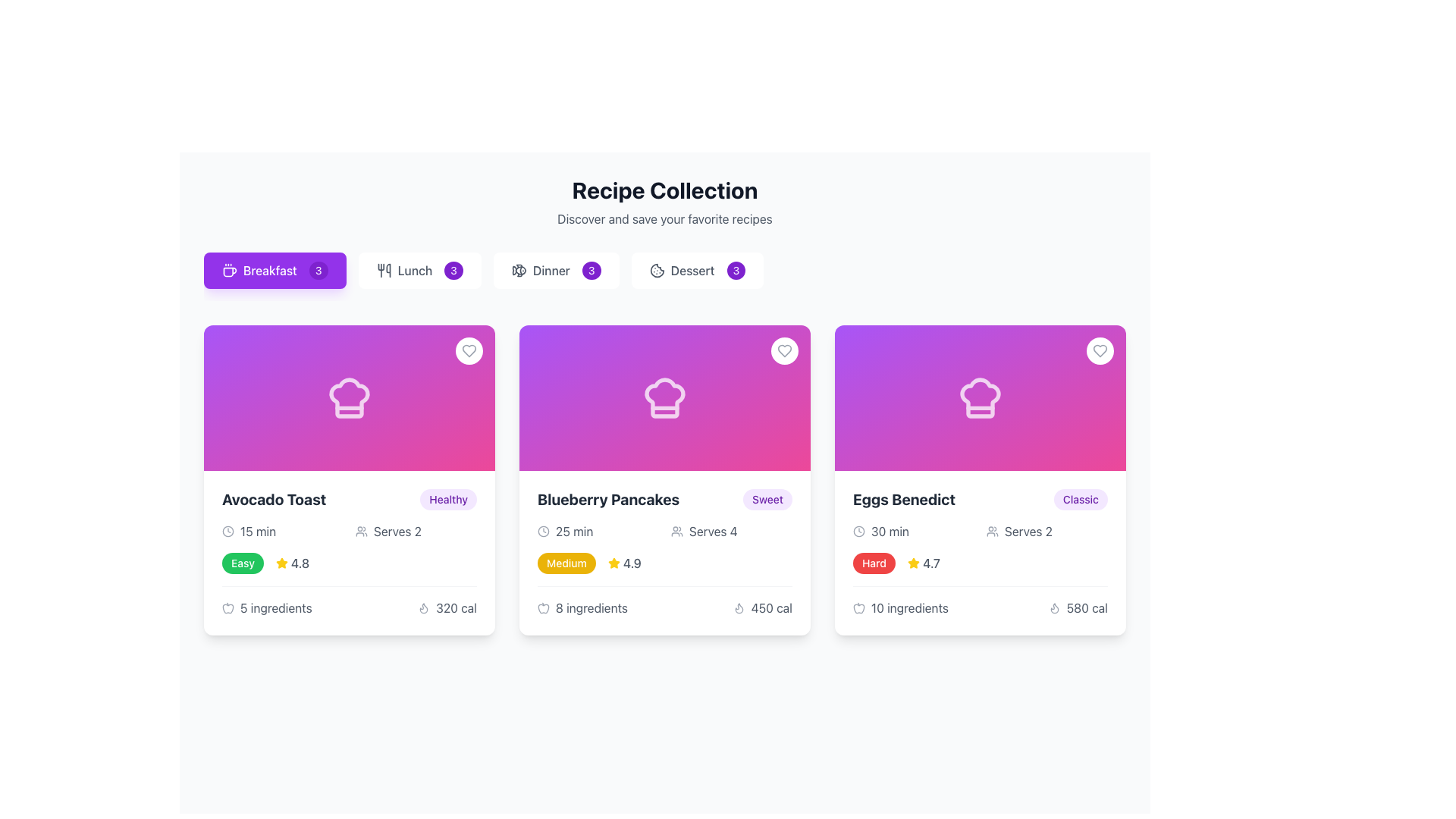 The height and width of the screenshot is (819, 1456). Describe the element at coordinates (665, 219) in the screenshot. I see `the text element that reads 'Discover and save your favorite recipes', which is styled with a gray color and located beneath the 'Recipe Collection' heading` at that location.